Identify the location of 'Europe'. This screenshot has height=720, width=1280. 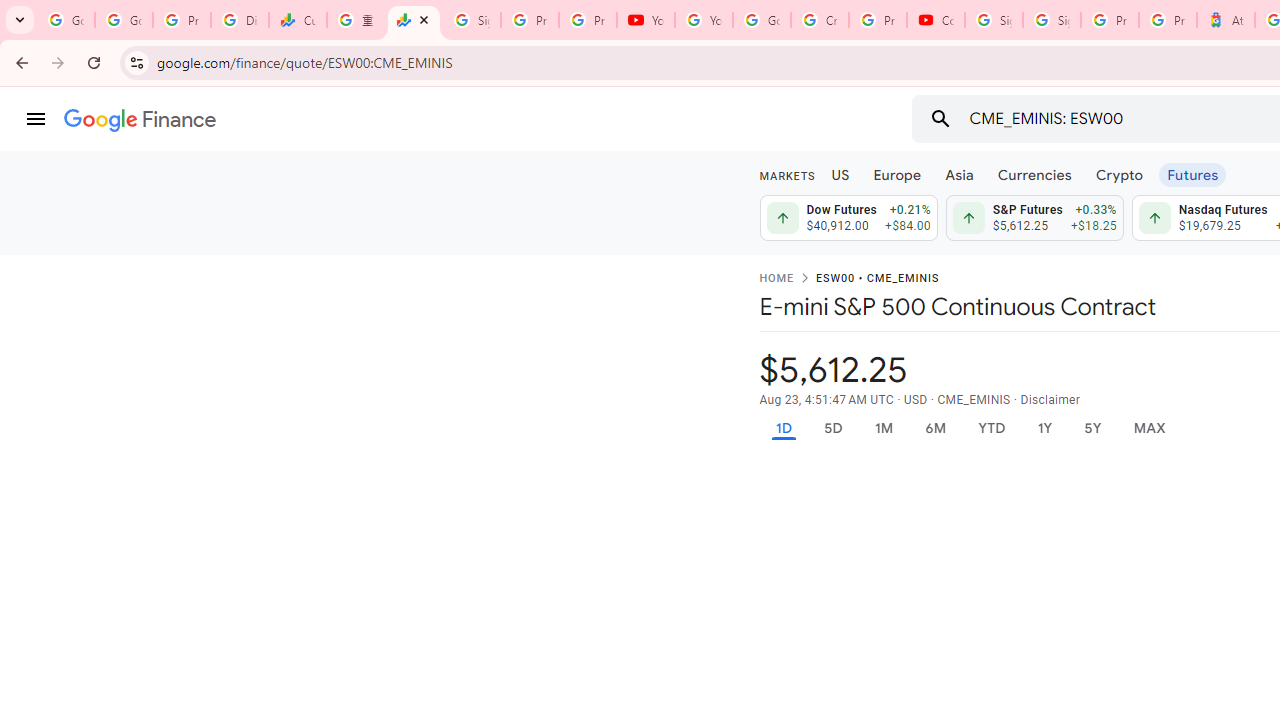
(896, 173).